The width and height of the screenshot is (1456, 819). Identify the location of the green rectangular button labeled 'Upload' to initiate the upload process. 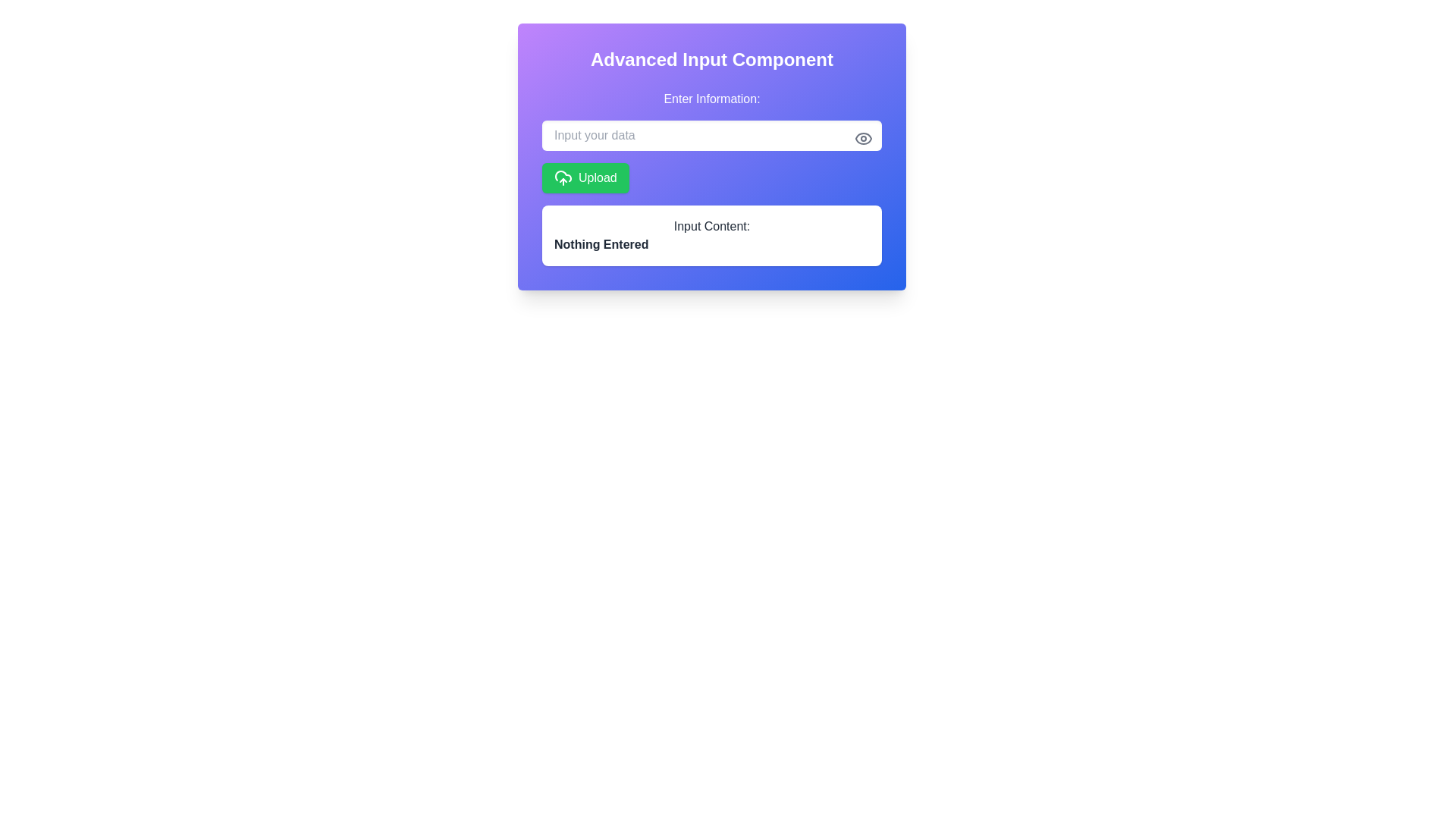
(597, 177).